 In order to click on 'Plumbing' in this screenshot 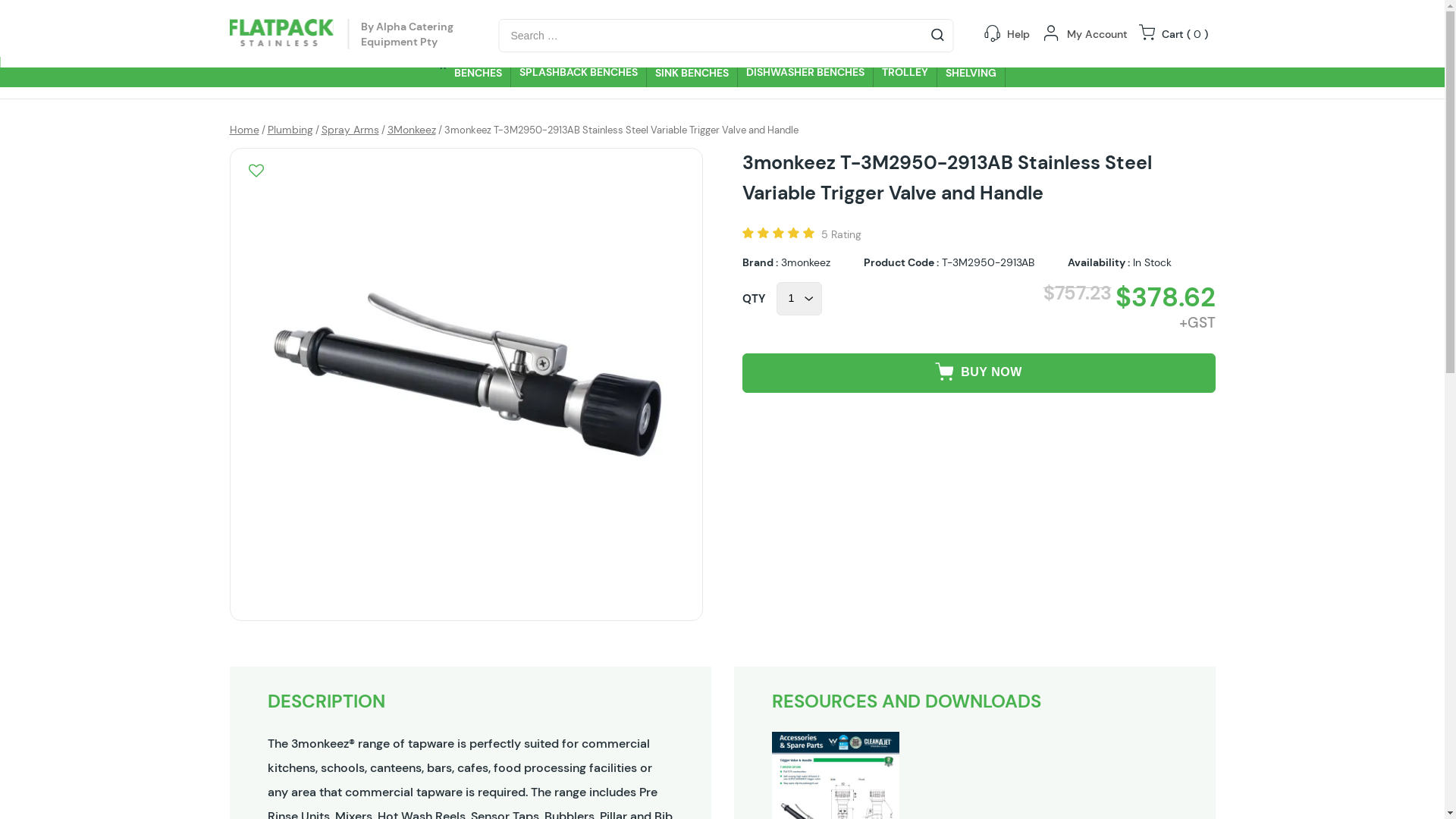, I will do `click(290, 128)`.